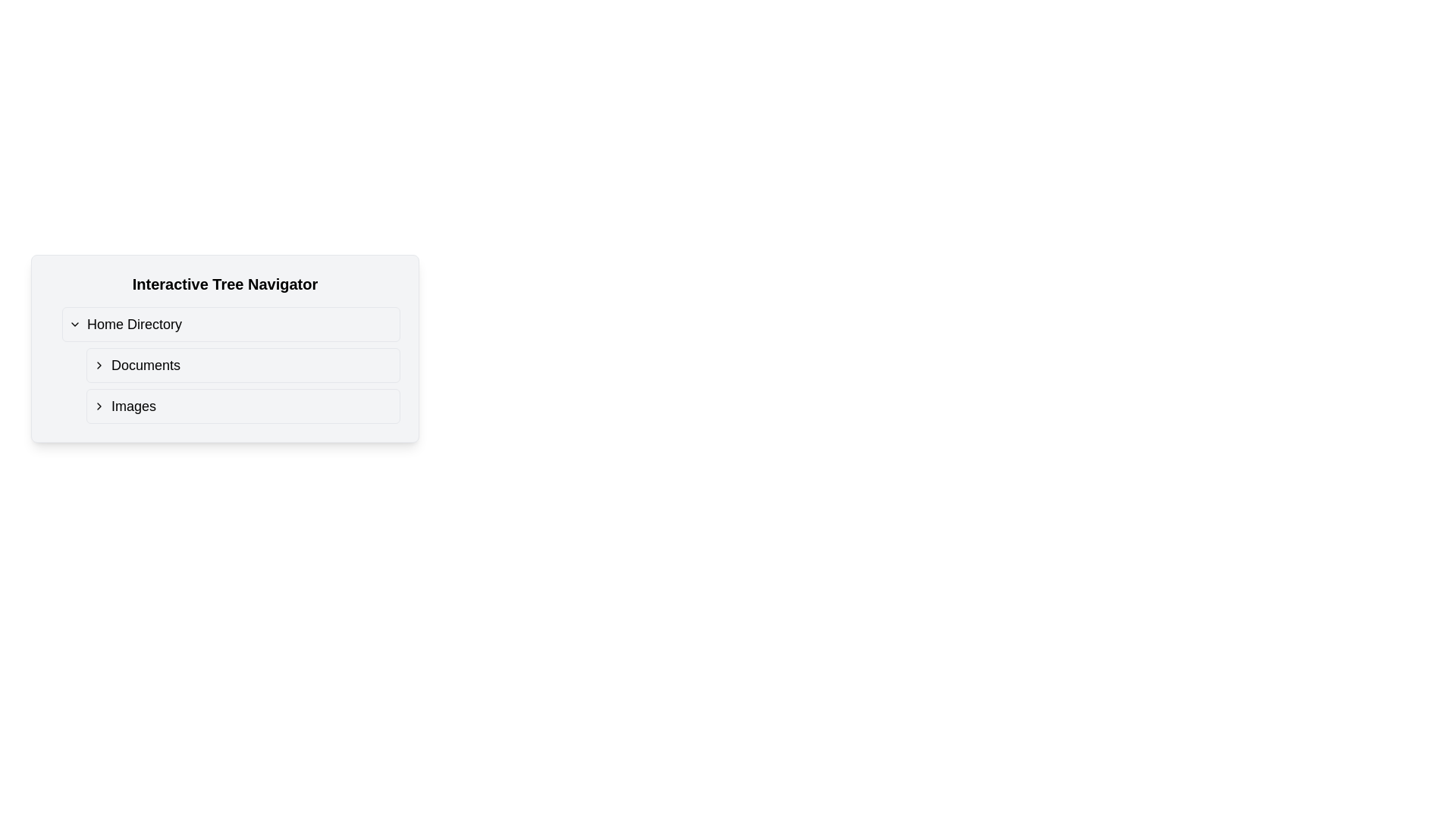 This screenshot has height=819, width=1456. I want to click on the 'Documents' section in the tree navigation, so click(243, 366).